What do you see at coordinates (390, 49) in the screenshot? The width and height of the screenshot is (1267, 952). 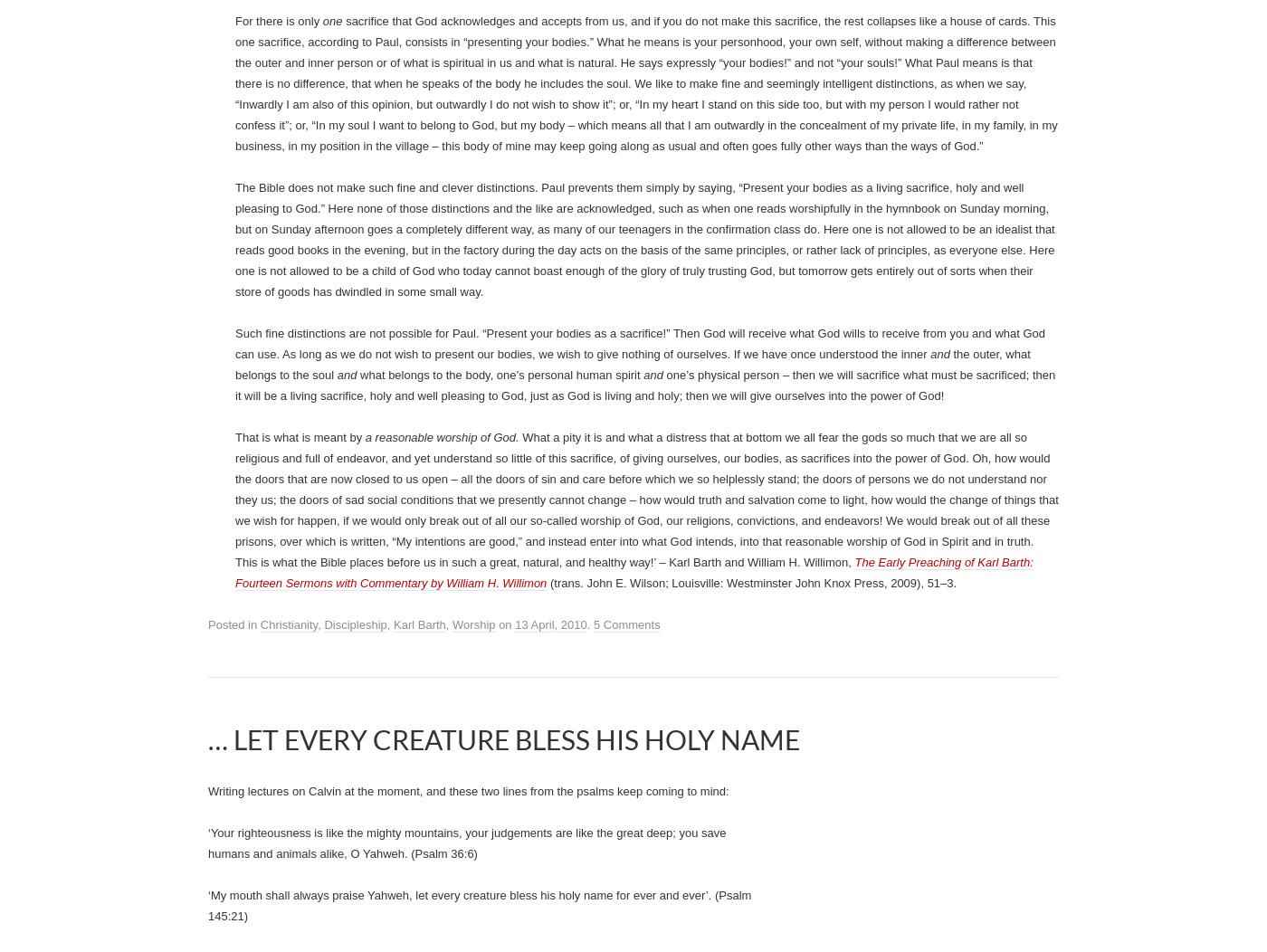 I see `'Worship'` at bounding box center [390, 49].